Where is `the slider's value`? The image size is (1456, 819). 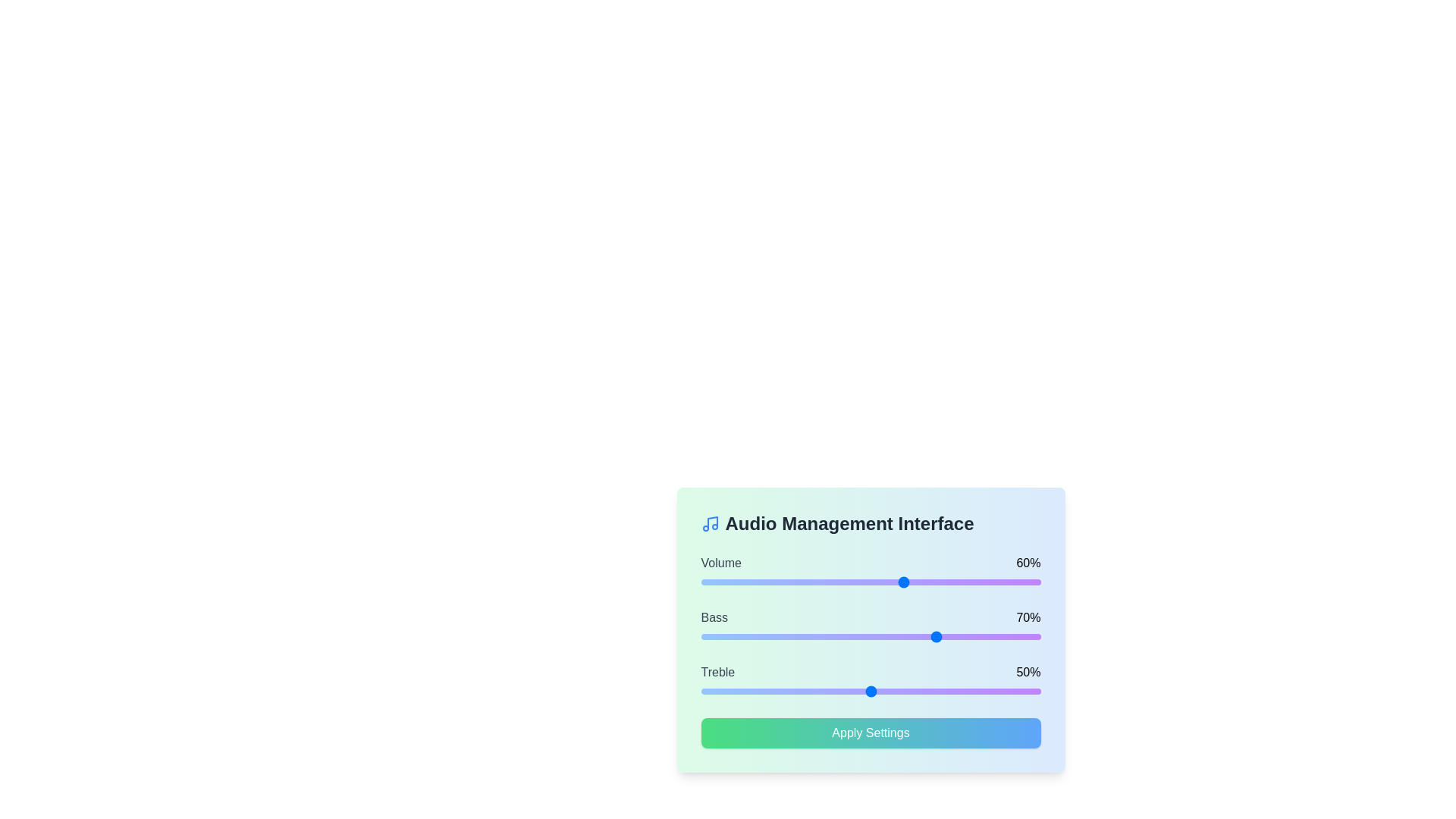 the slider's value is located at coordinates (1024, 581).